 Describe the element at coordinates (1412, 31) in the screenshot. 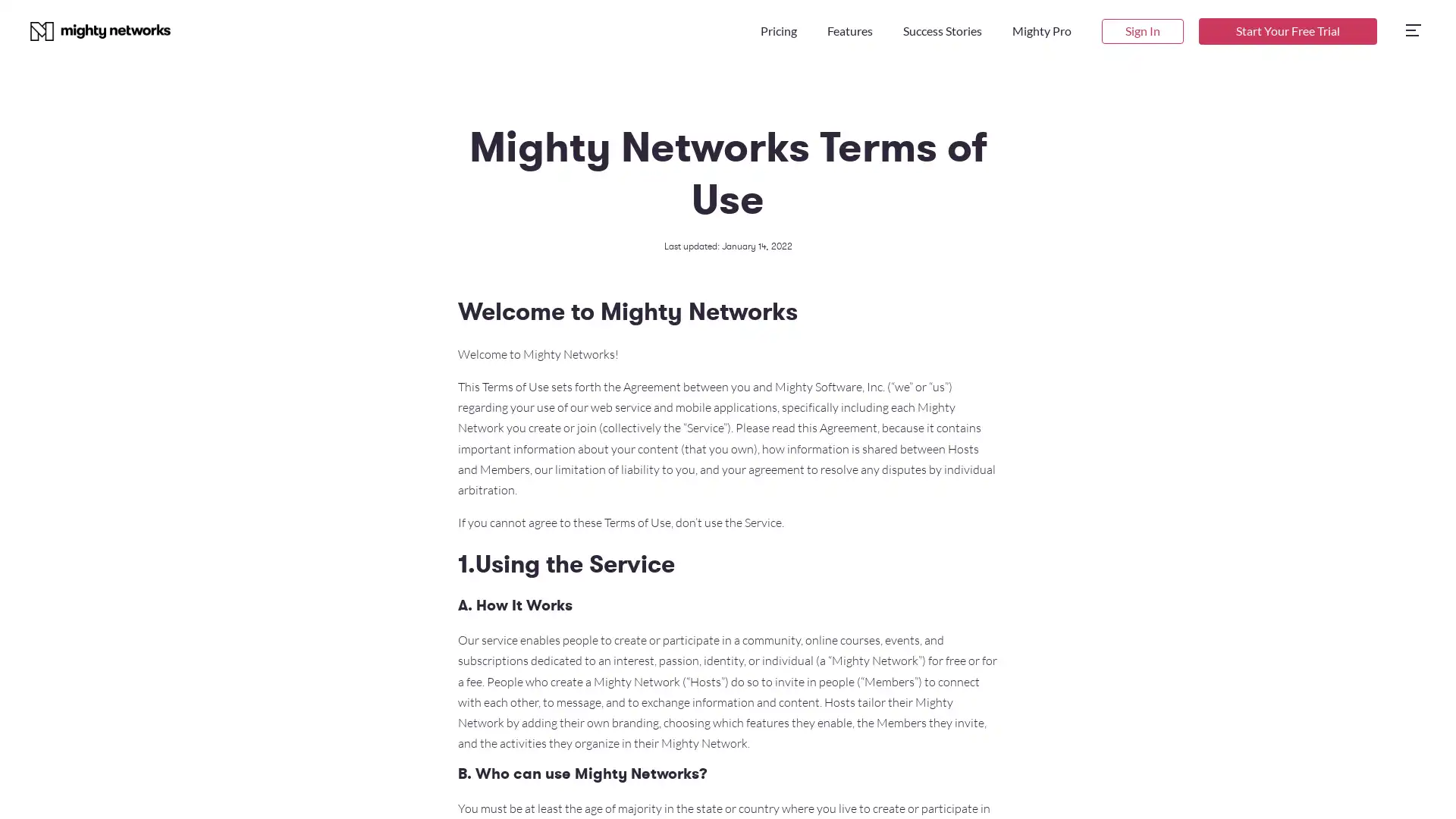

I see `open side menu` at that location.